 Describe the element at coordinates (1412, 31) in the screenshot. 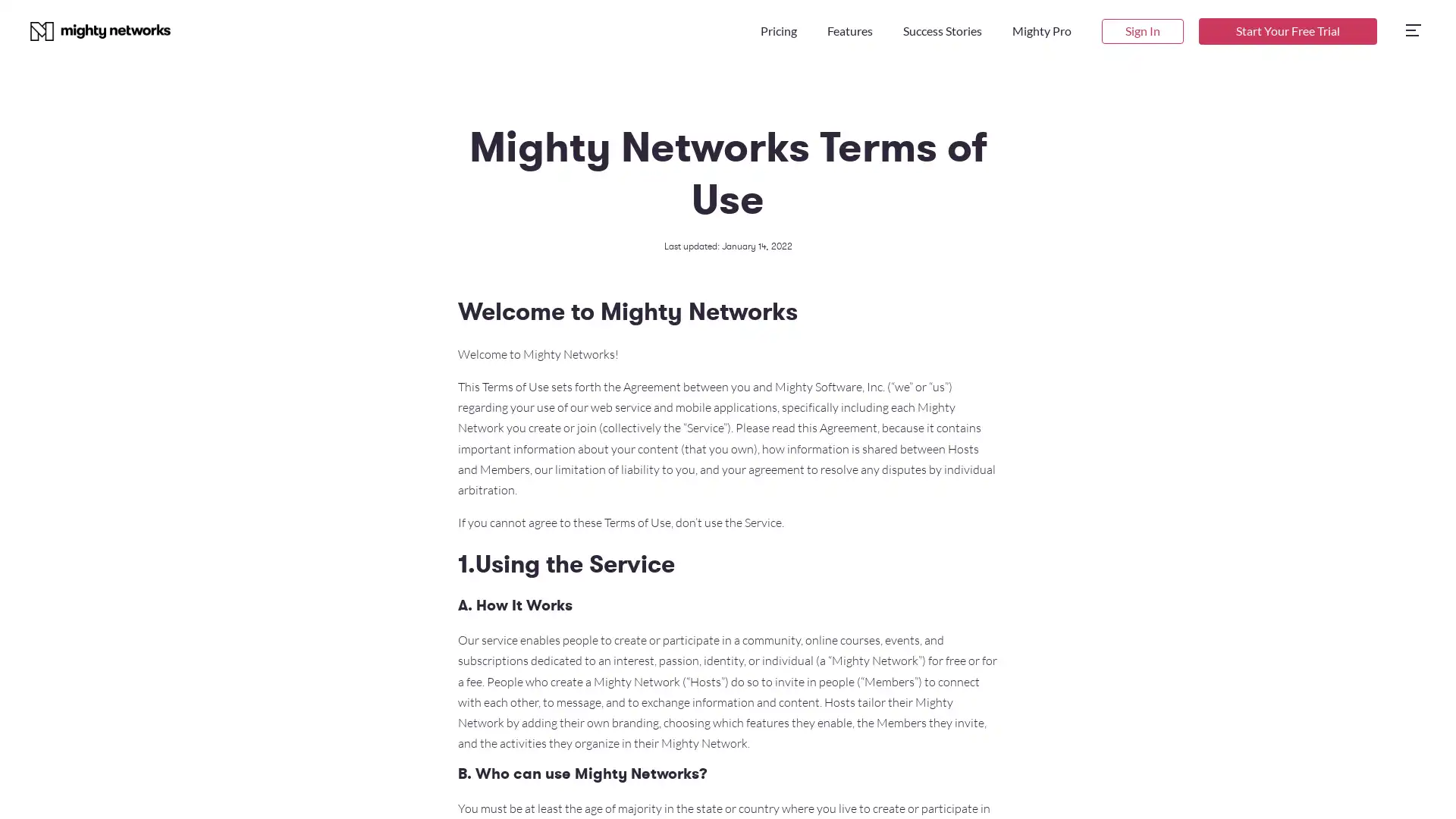

I see `open side menu` at that location.